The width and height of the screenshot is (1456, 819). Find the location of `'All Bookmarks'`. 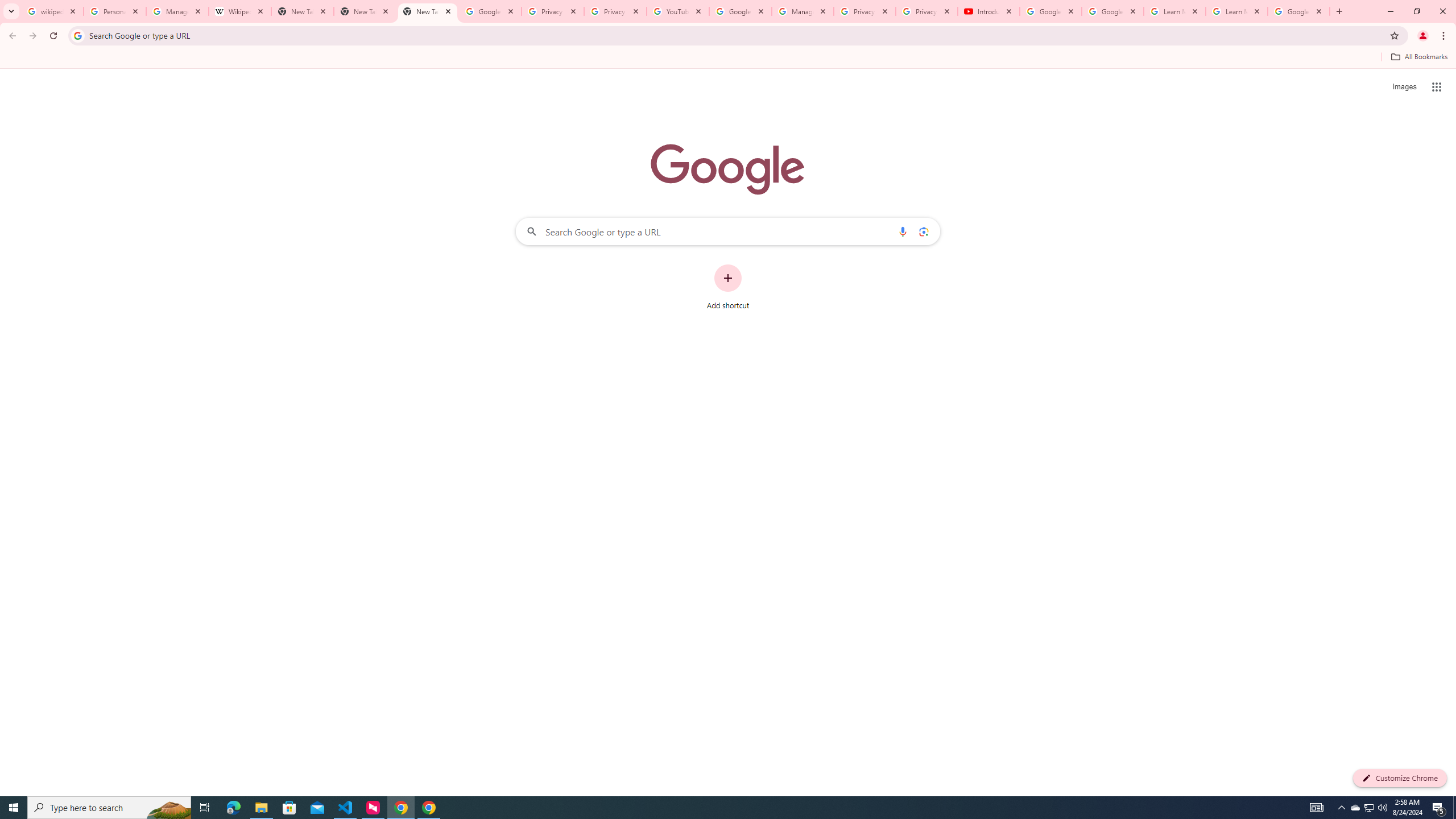

'All Bookmarks' is located at coordinates (1418, 56).